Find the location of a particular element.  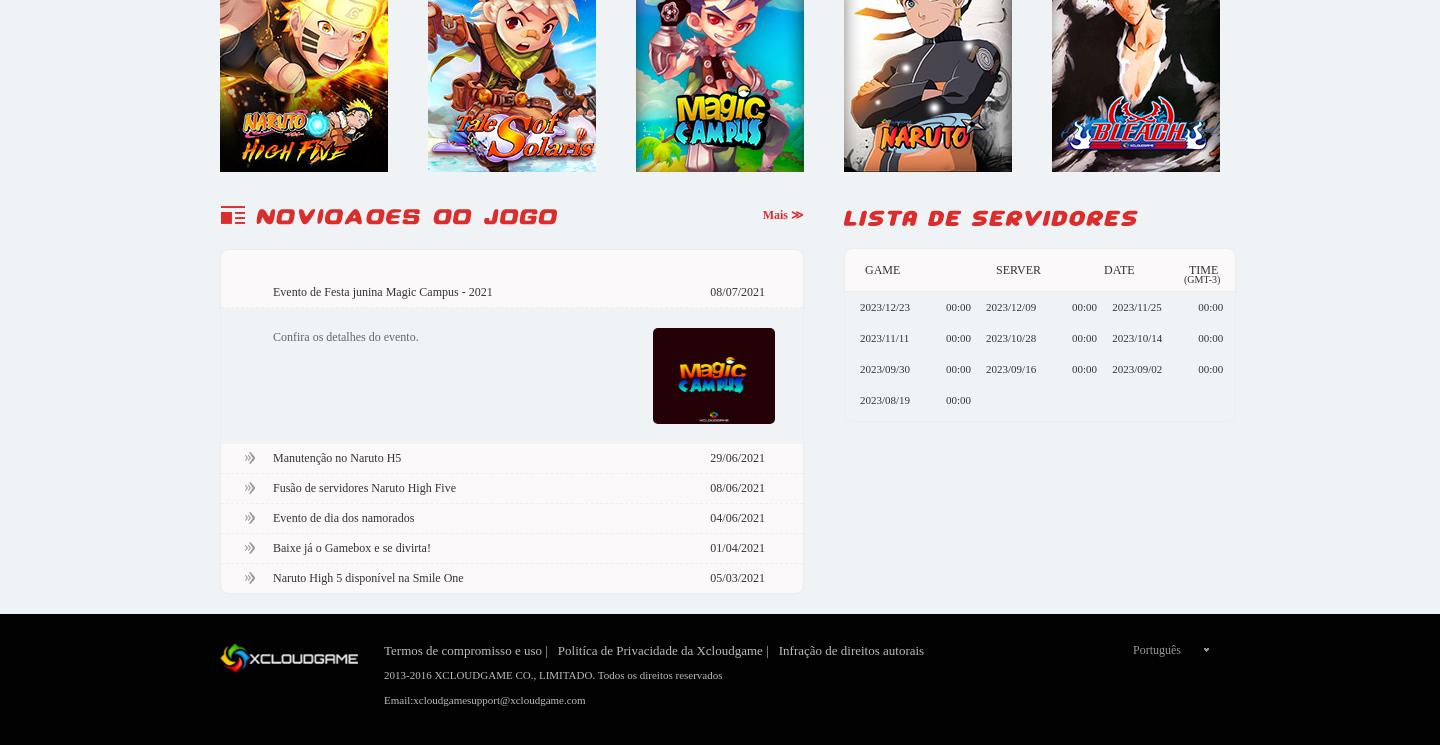

'(GMT-3)' is located at coordinates (1200, 279).